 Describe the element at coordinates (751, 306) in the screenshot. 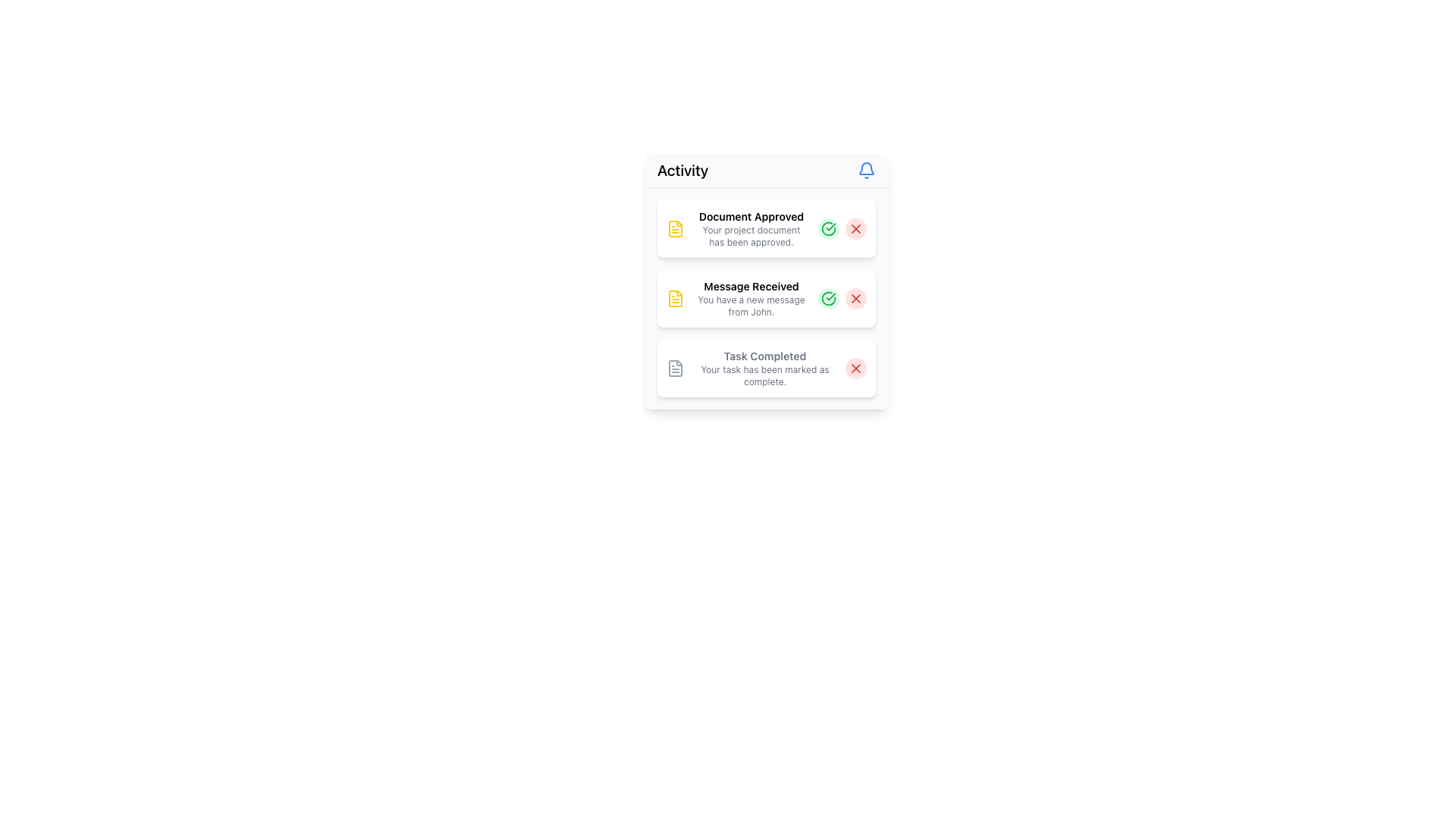

I see `text component stating 'You have a new message from John.' which is displayed in gray below the bolded title 'Message Received' in the notification card` at that location.